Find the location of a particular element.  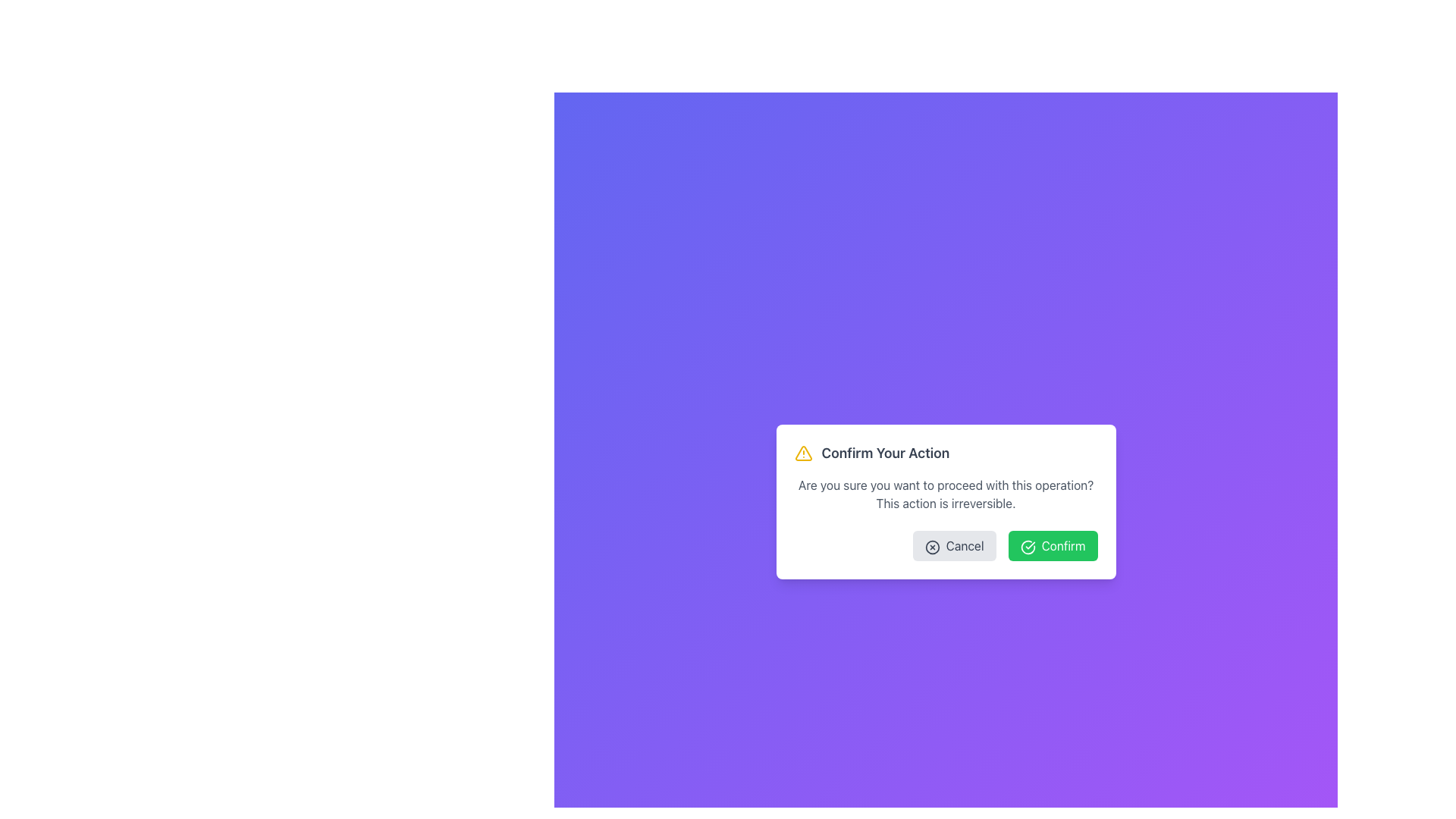

the triangular icon with a yellow border and an exclamation point, located to the left of the bold text 'Confirm Your Action' is located at coordinates (802, 452).